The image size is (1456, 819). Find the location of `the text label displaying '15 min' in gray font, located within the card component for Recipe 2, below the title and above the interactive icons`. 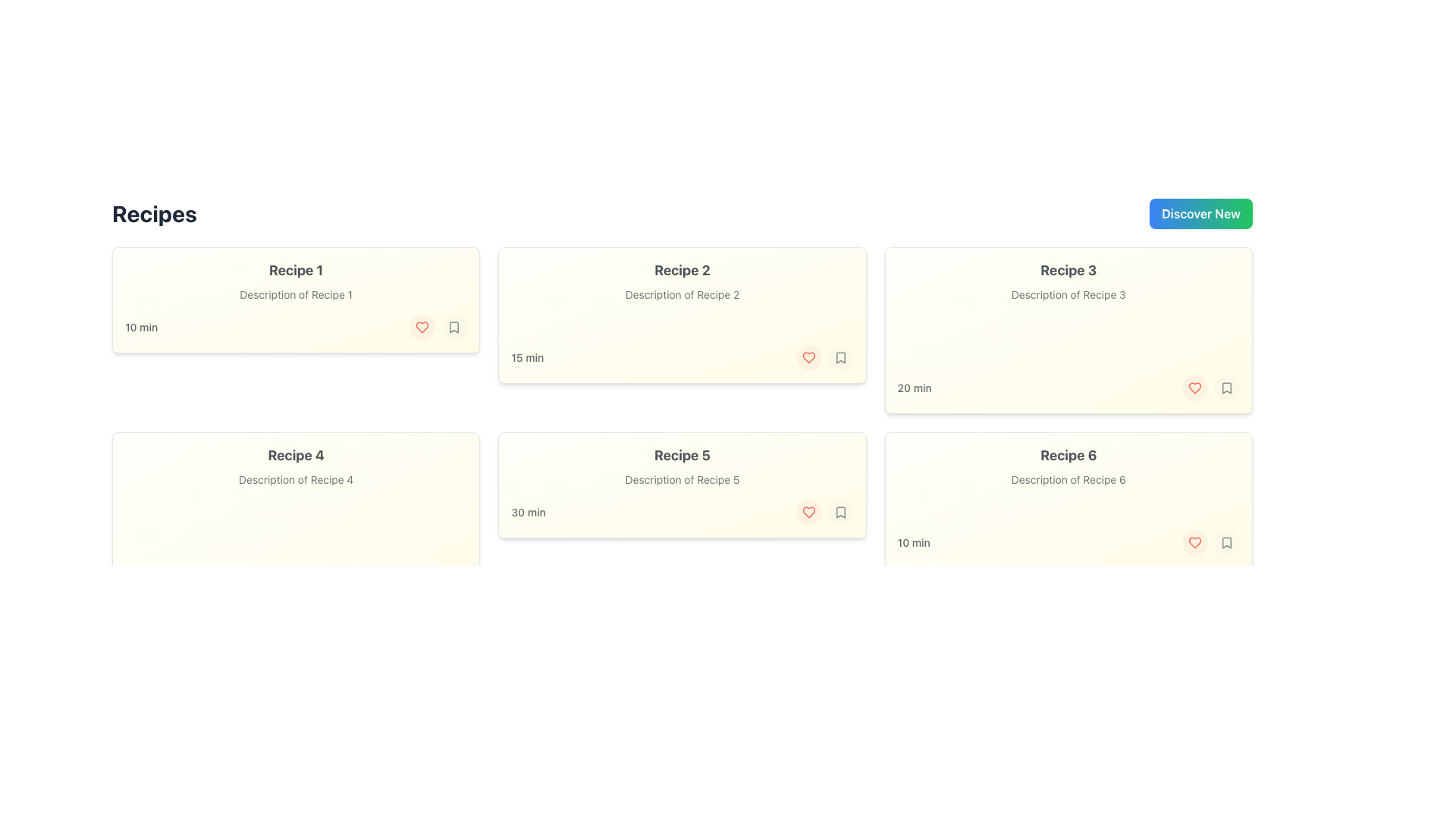

the text label displaying '15 min' in gray font, located within the card component for Recipe 2, below the title and above the interactive icons is located at coordinates (527, 357).